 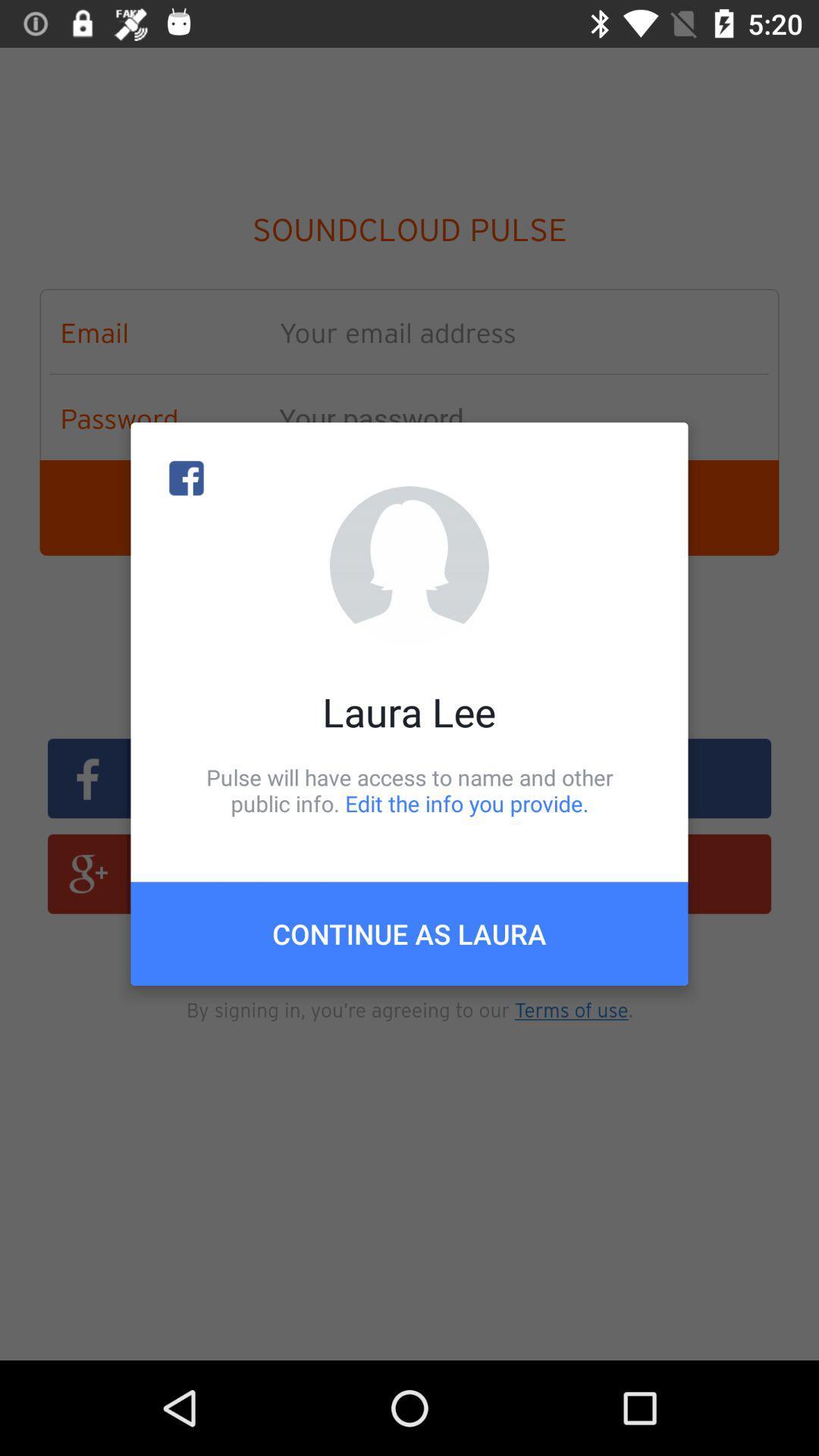 What do you see at coordinates (409, 933) in the screenshot?
I see `continue as laura item` at bounding box center [409, 933].